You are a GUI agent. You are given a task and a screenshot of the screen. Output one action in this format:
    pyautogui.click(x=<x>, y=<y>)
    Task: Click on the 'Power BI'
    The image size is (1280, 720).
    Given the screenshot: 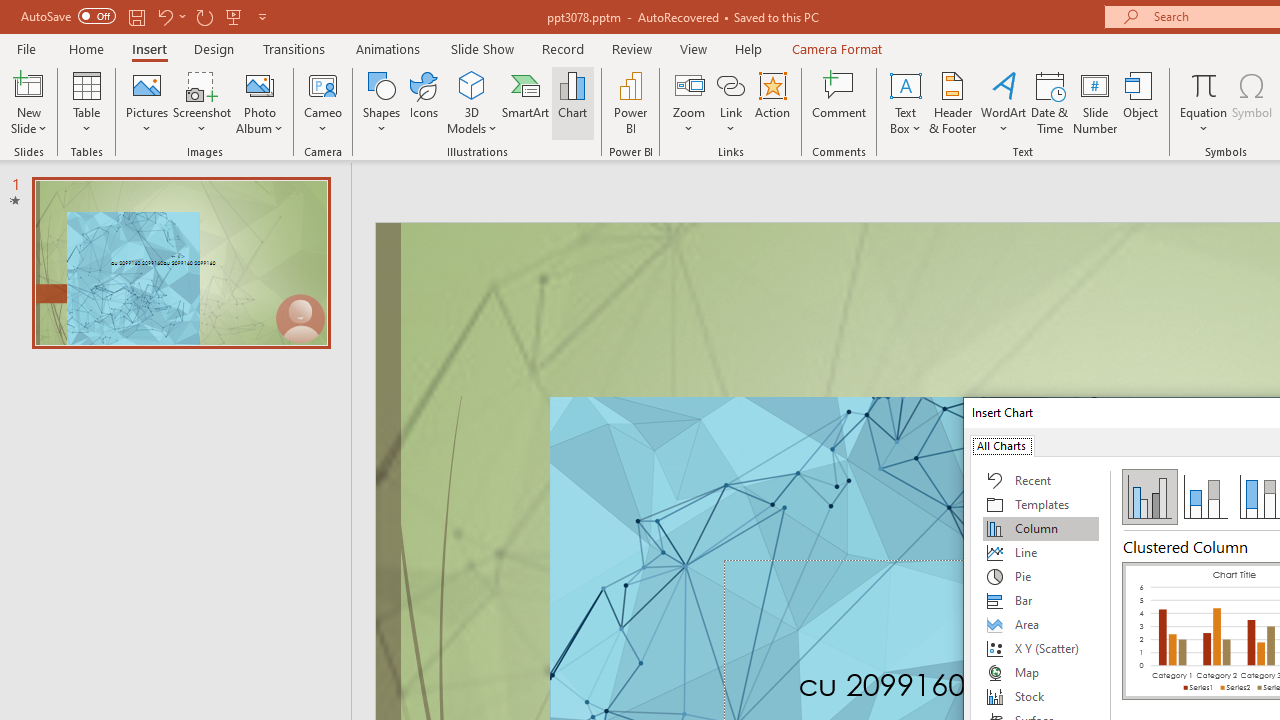 What is the action you would take?
    pyautogui.click(x=630, y=103)
    